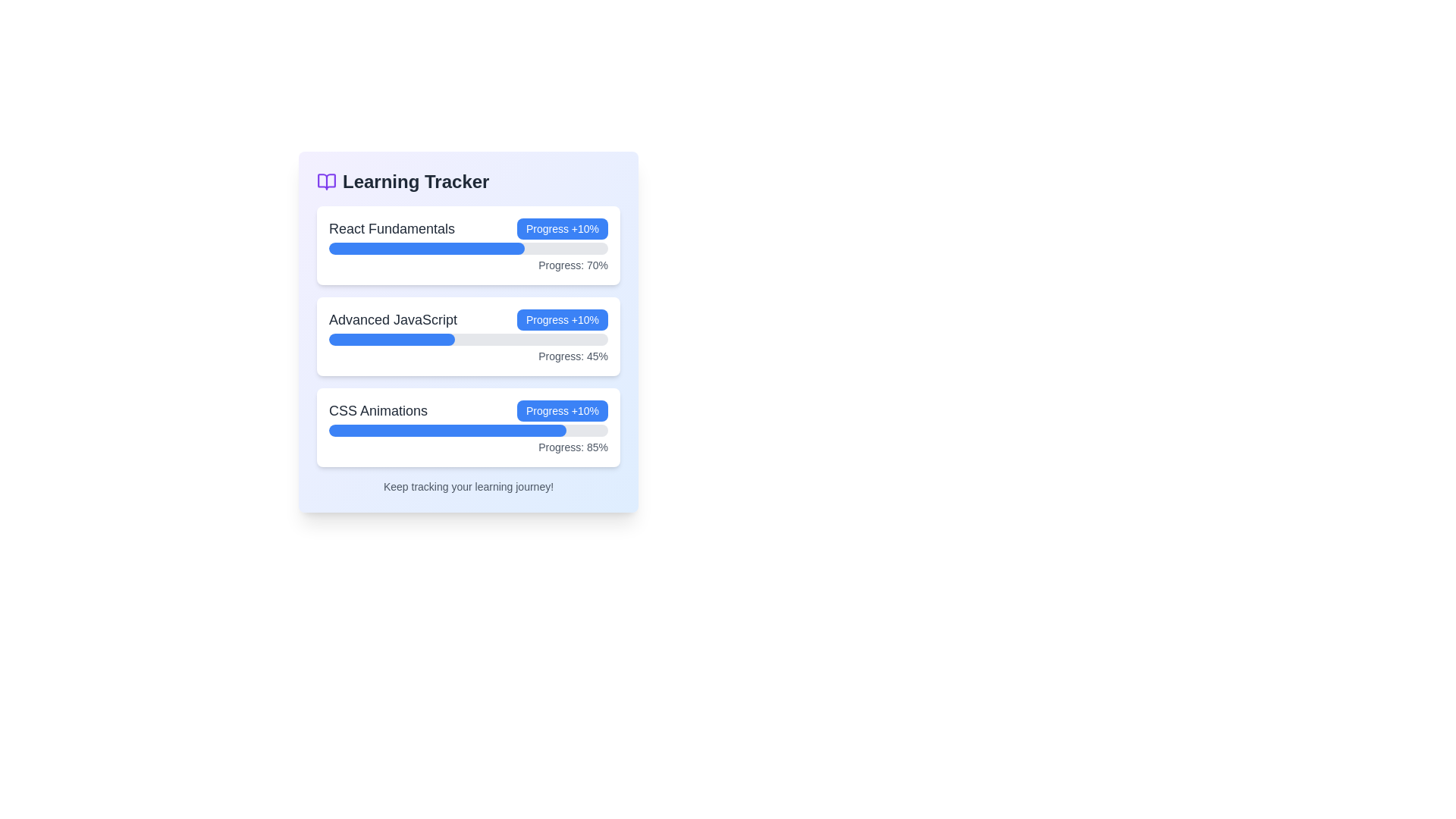 The width and height of the screenshot is (1456, 819). Describe the element at coordinates (468, 180) in the screenshot. I see `the header title element with an embedded icon` at that location.